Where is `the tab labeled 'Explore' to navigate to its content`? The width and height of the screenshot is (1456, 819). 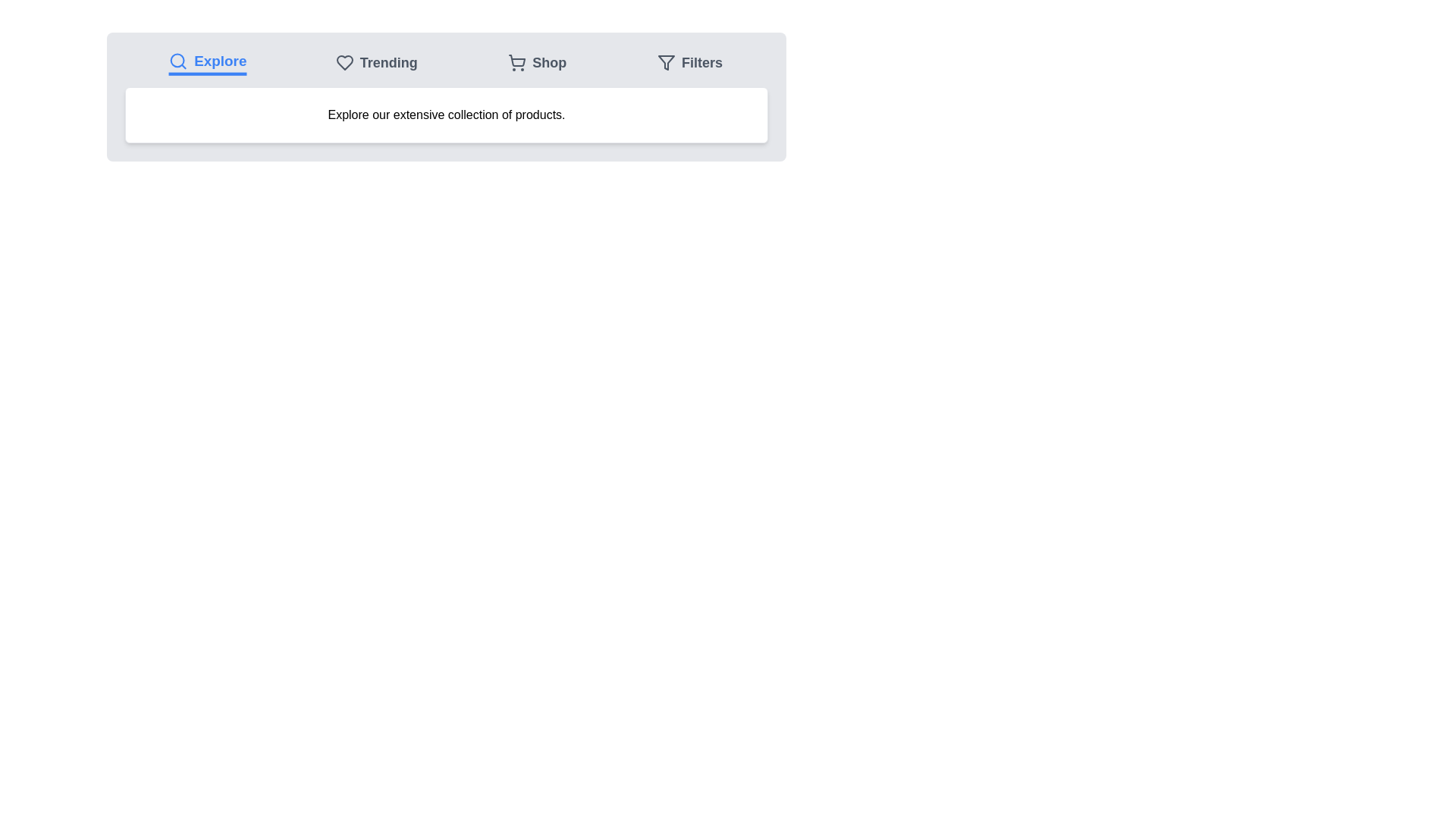
the tab labeled 'Explore' to navigate to its content is located at coordinates (206, 62).